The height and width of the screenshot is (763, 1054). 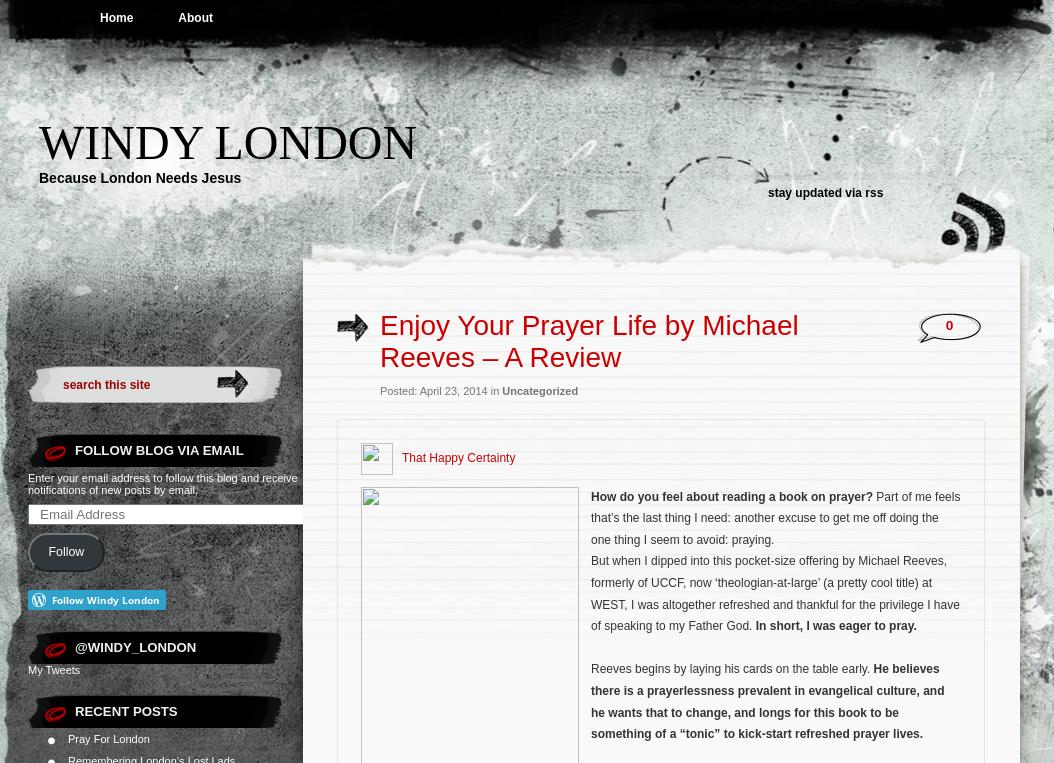 What do you see at coordinates (28, 482) in the screenshot?
I see `'Enter your email address to follow this blog and receive notifications of new posts by email.'` at bounding box center [28, 482].